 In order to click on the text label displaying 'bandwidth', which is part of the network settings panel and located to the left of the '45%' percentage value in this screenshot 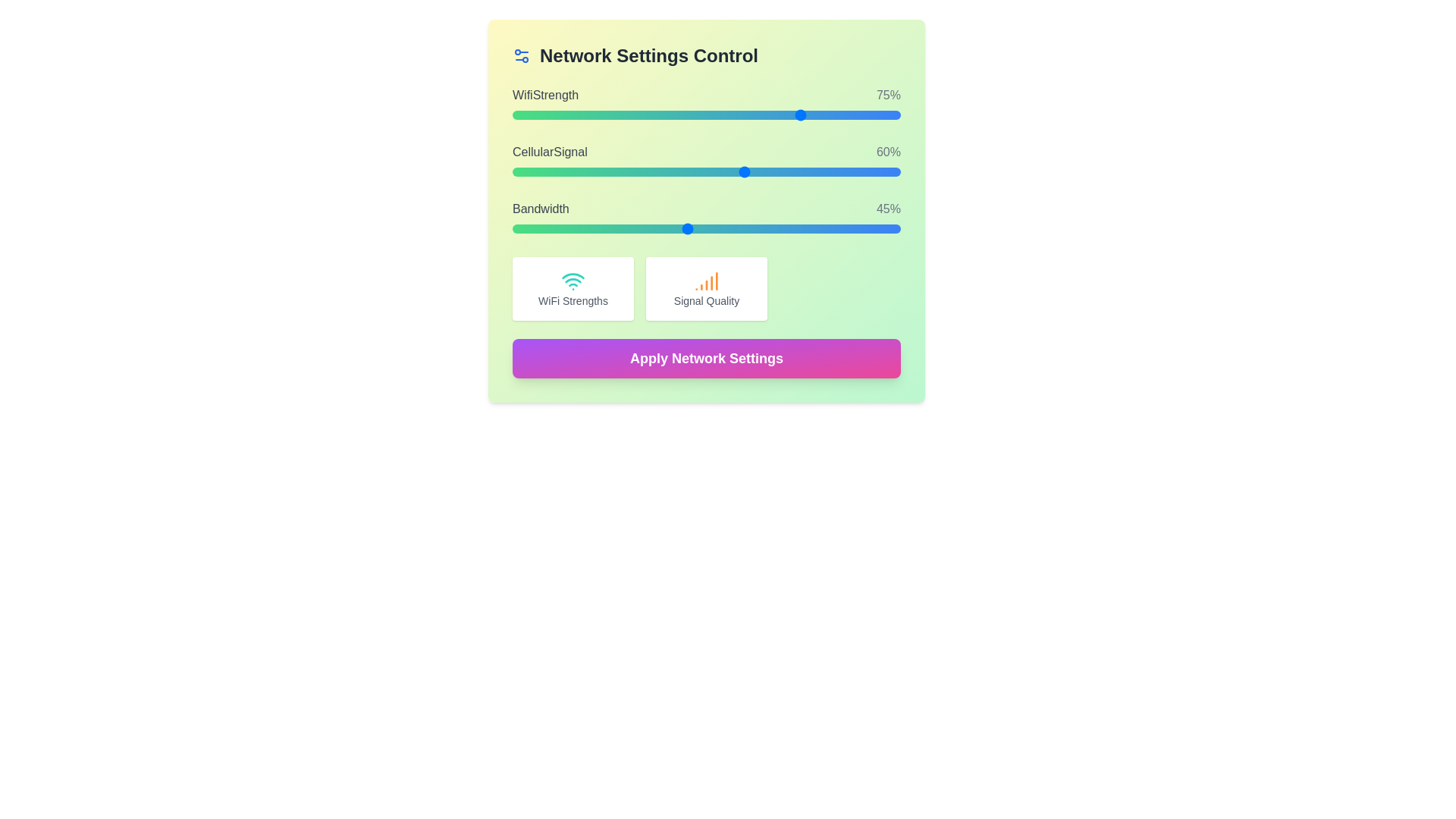, I will do `click(541, 209)`.